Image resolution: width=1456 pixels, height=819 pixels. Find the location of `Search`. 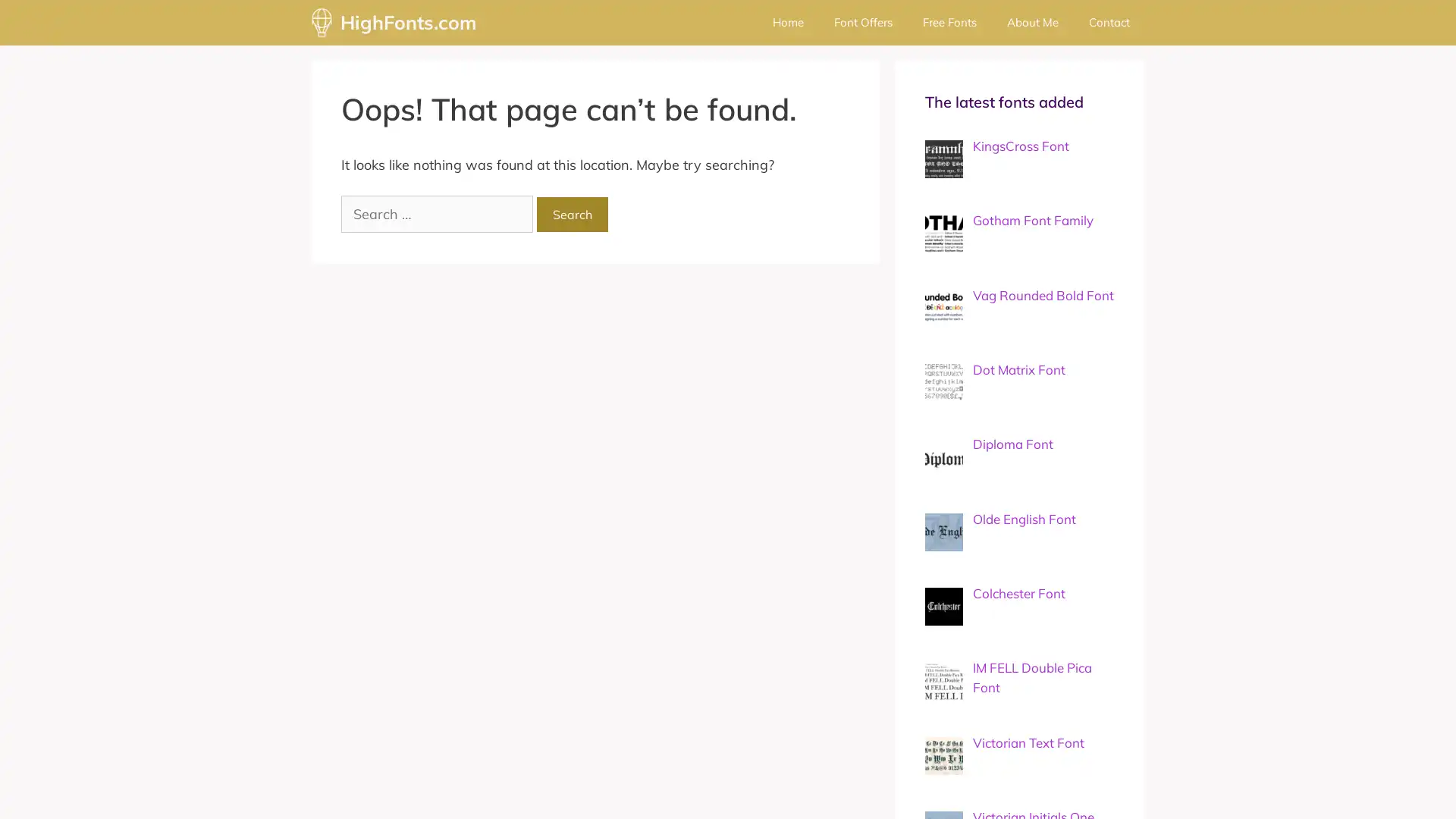

Search is located at coordinates (571, 214).